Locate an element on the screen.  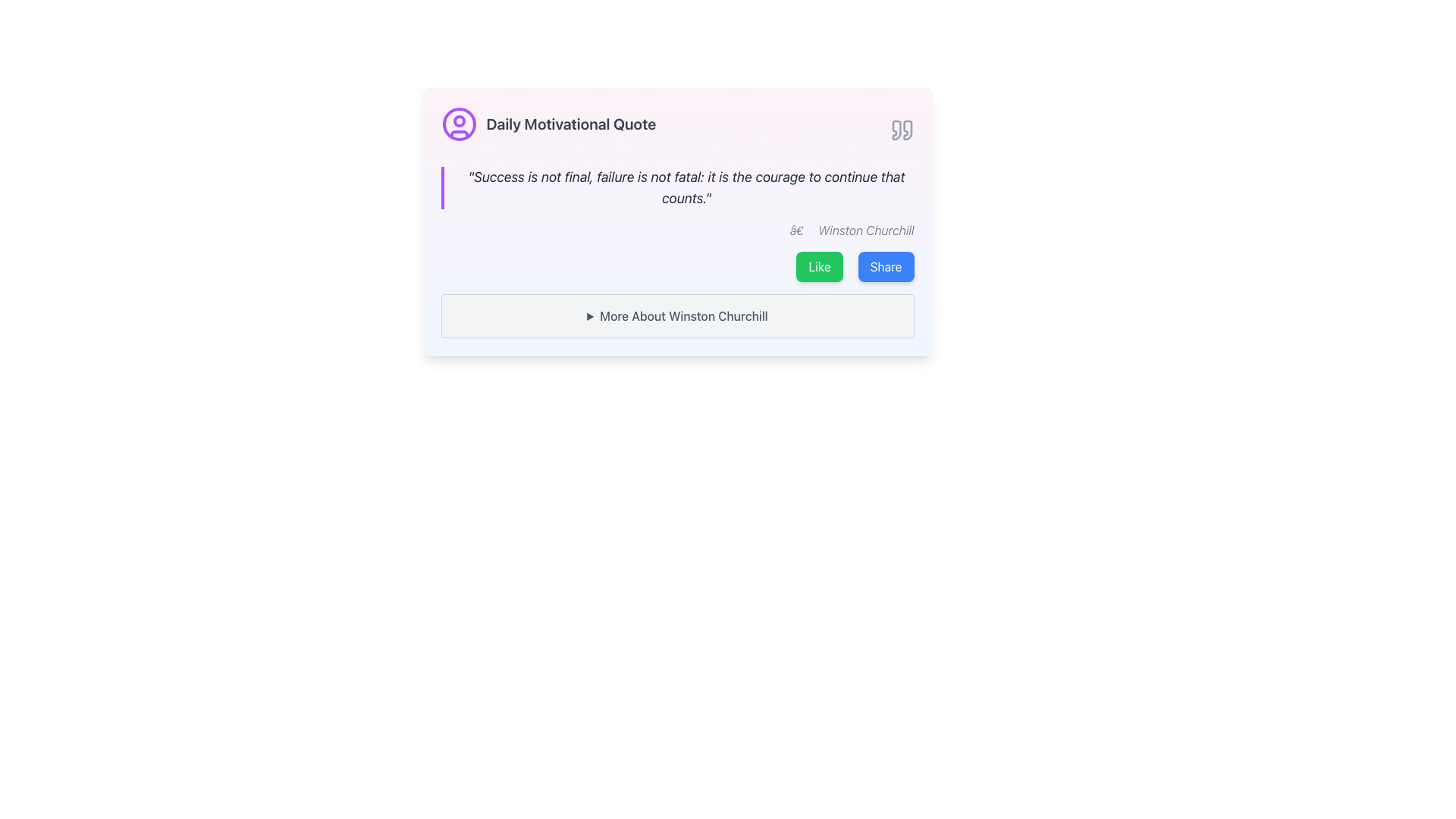
the small circular SVG element, which is filled with purple color and positioned slightly above the center of the user profile icon is located at coordinates (458, 120).